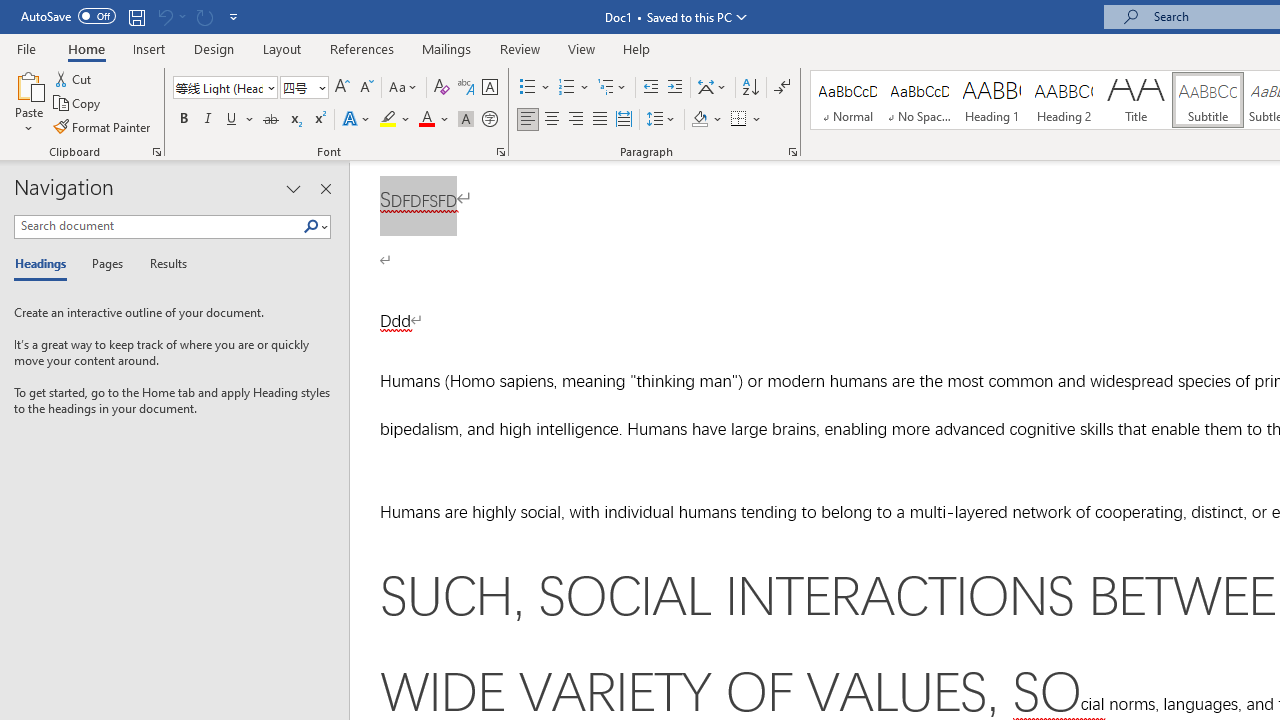 The image size is (1280, 720). I want to click on 'Can', so click(170, 16).